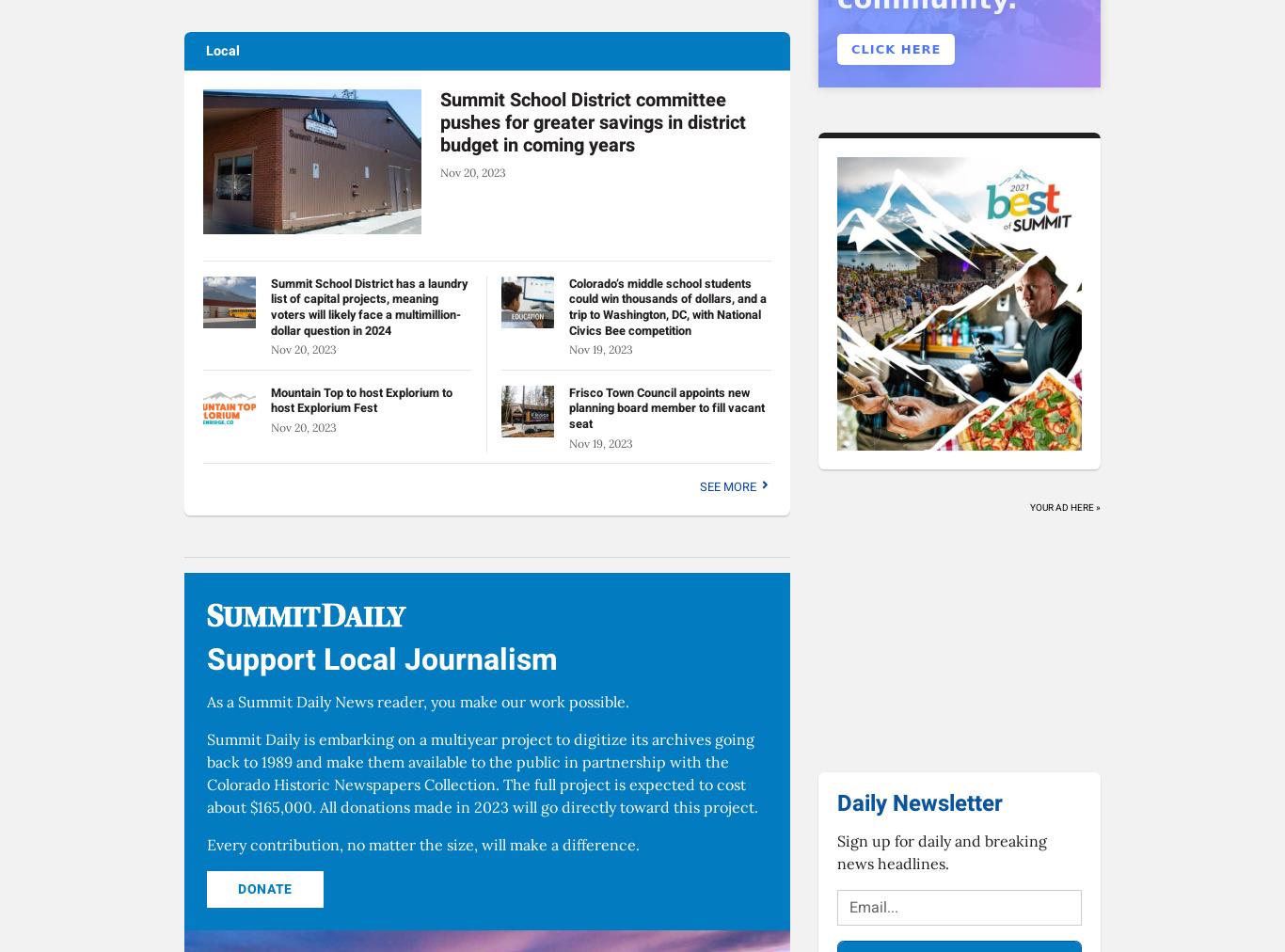 The width and height of the screenshot is (1285, 952). I want to click on 'As a Summit Daily News reader, you make our work possible.', so click(206, 702).